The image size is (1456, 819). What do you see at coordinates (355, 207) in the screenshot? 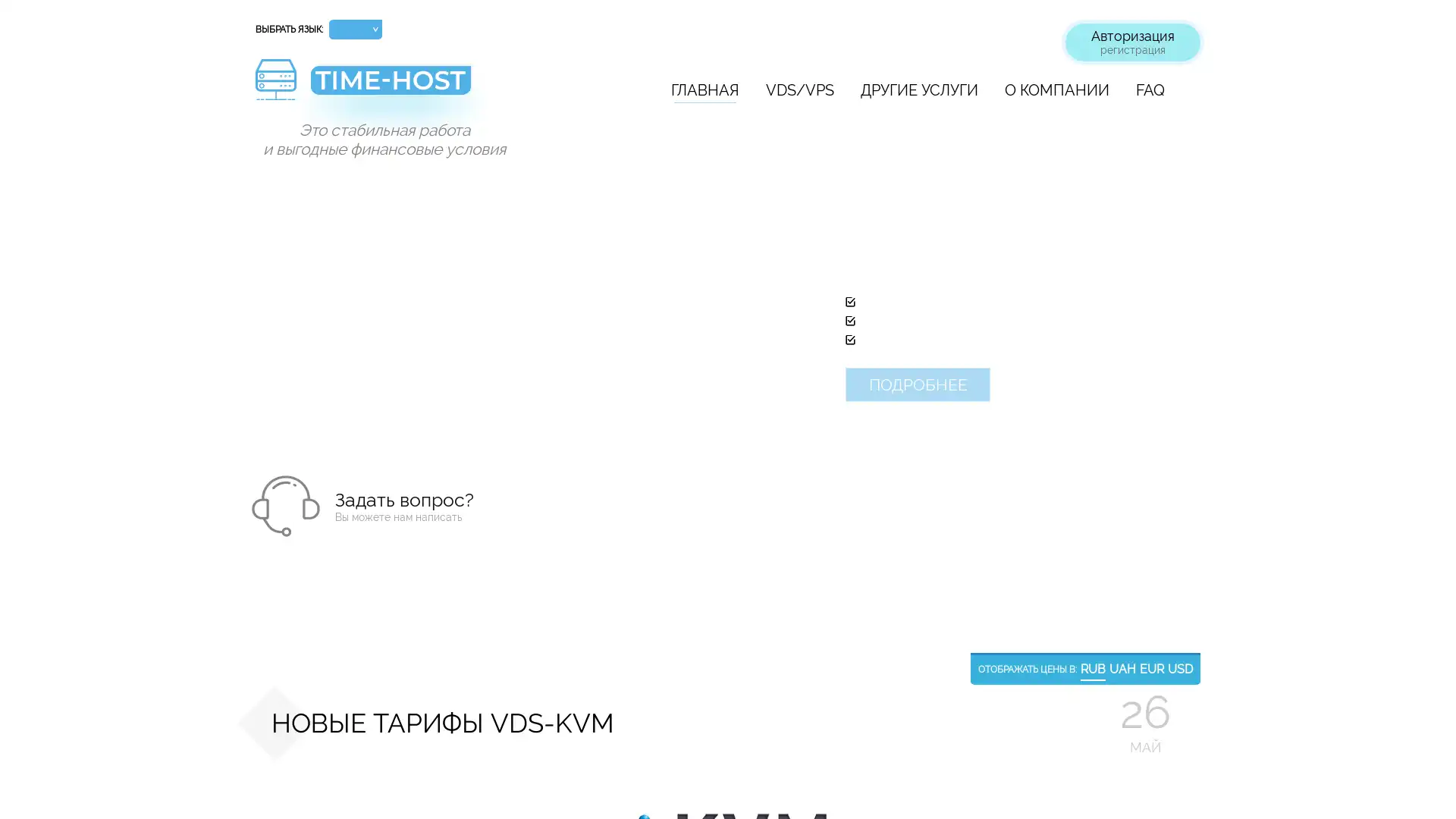
I see `ar AR` at bounding box center [355, 207].